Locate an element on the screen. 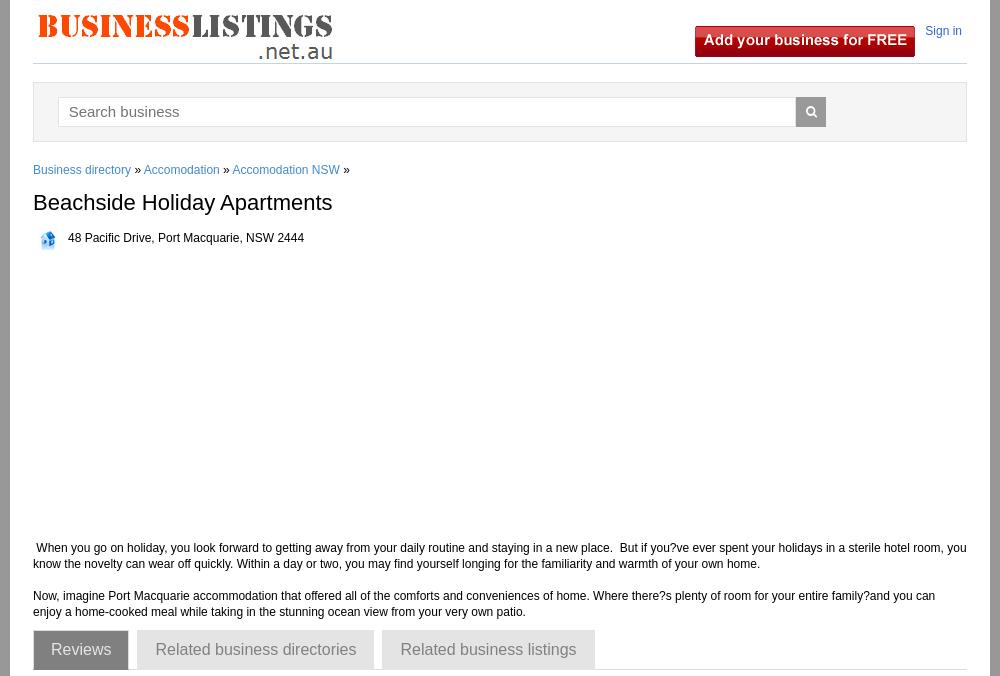 The height and width of the screenshot is (676, 1000). 'Reviews' is located at coordinates (51, 649).